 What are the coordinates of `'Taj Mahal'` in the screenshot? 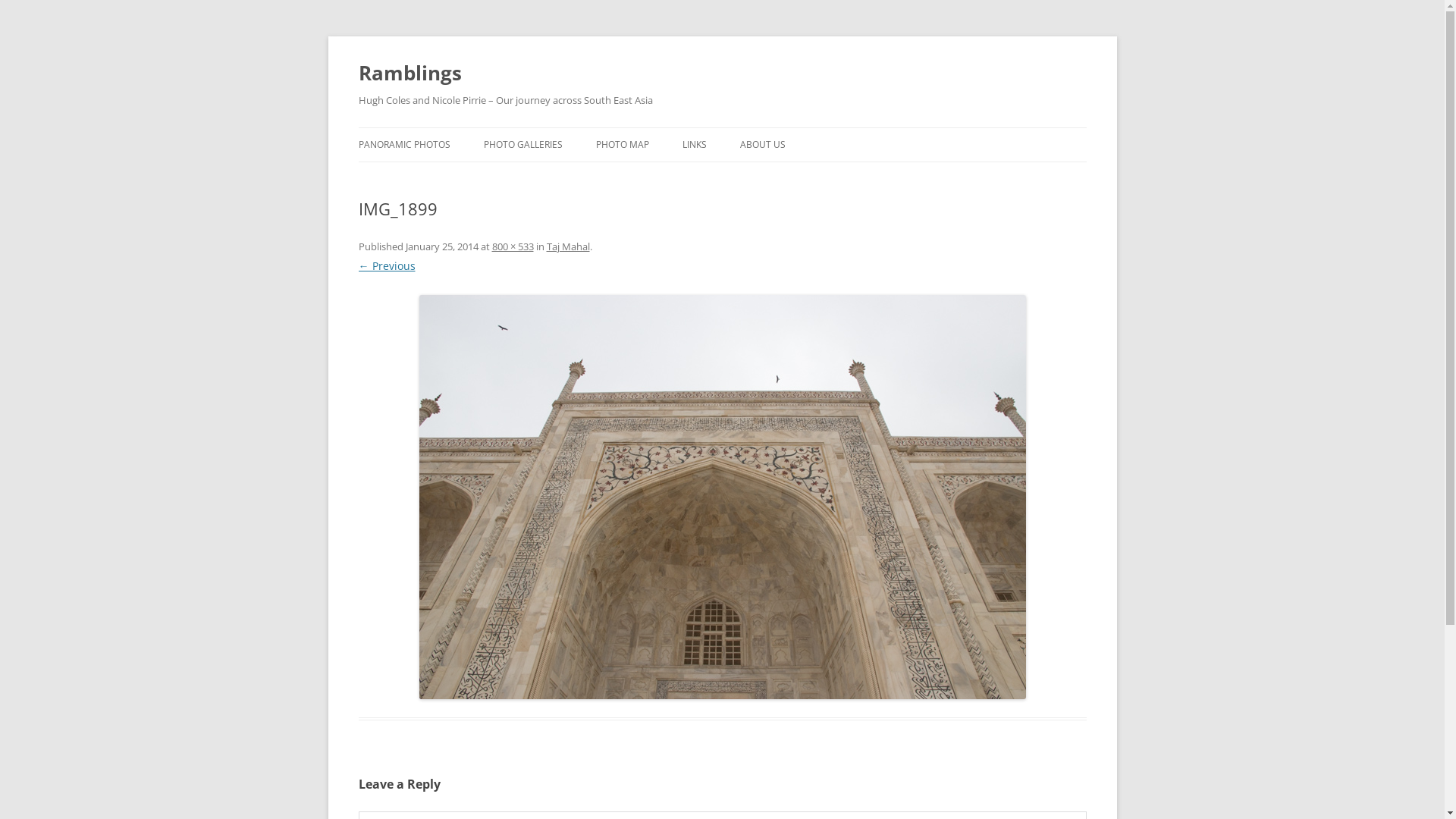 It's located at (546, 245).